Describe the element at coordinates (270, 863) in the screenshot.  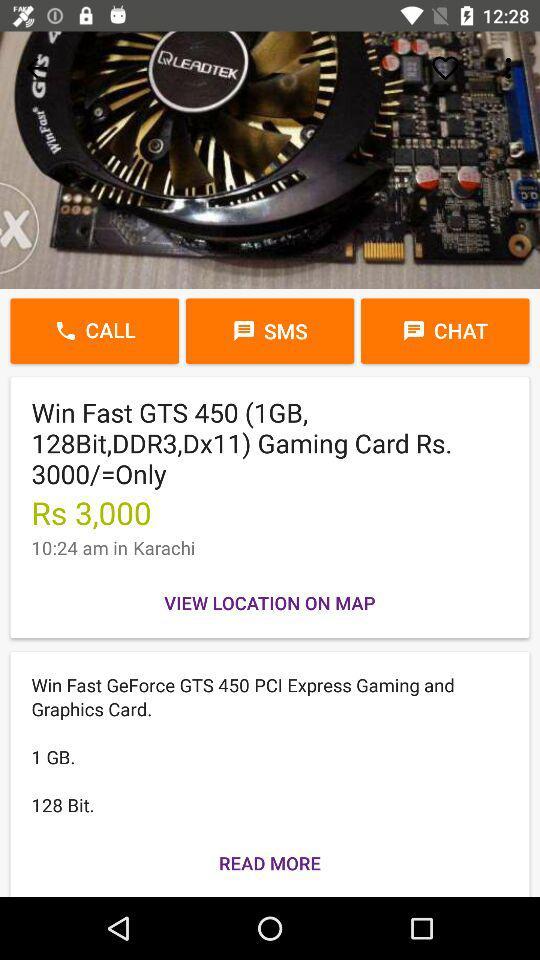
I see `the option read more` at that location.